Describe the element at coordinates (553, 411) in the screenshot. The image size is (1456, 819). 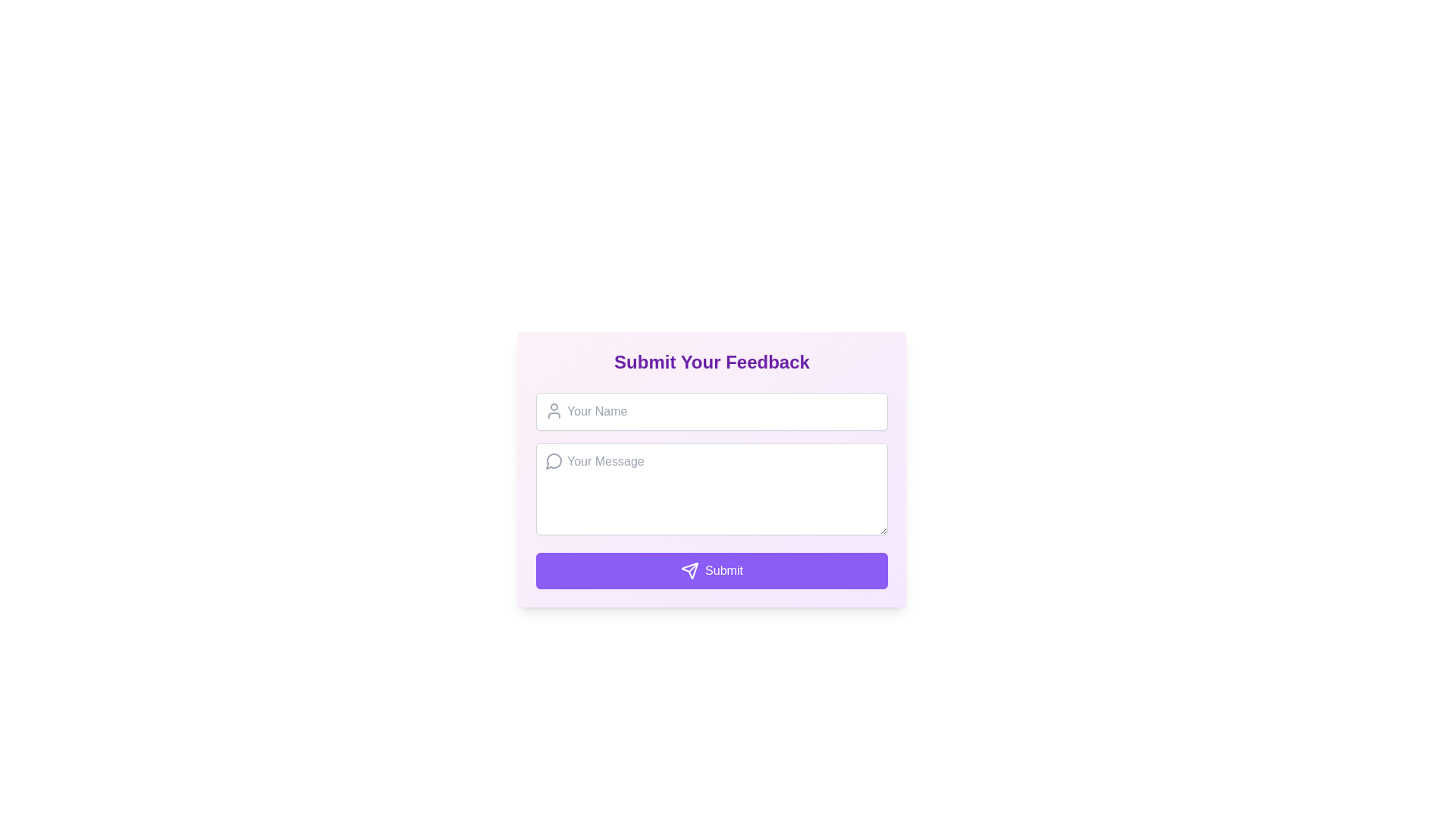
I see `the Decorative icon that visually aligns with the 'Your Name' input field, located on the left side of the input field` at that location.